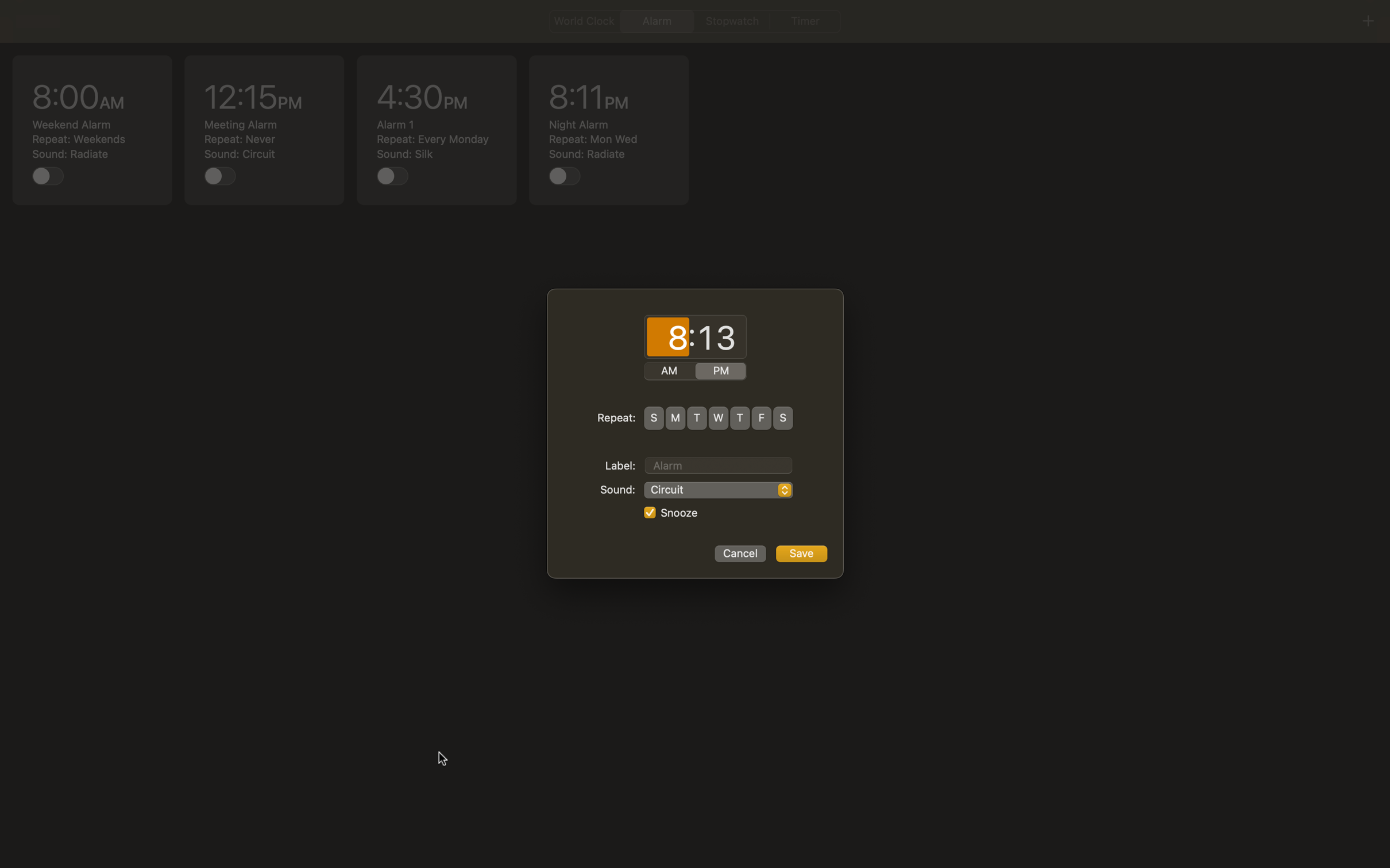 The height and width of the screenshot is (868, 1390). Describe the element at coordinates (648, 513) in the screenshot. I see `Disallow snooze function` at that location.